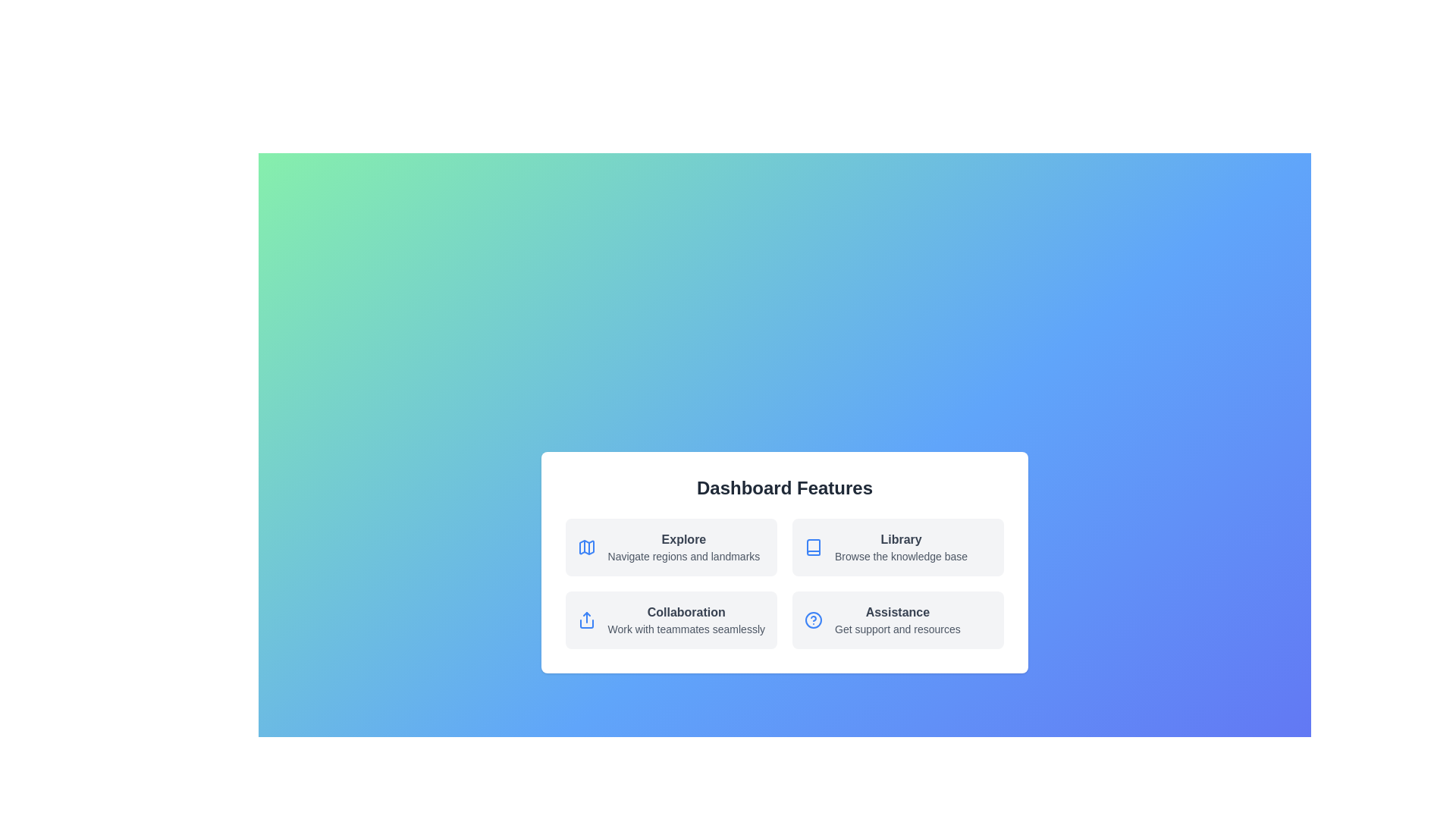  Describe the element at coordinates (898, 620) in the screenshot. I see `the Assistance tile to explore its functionalities` at that location.